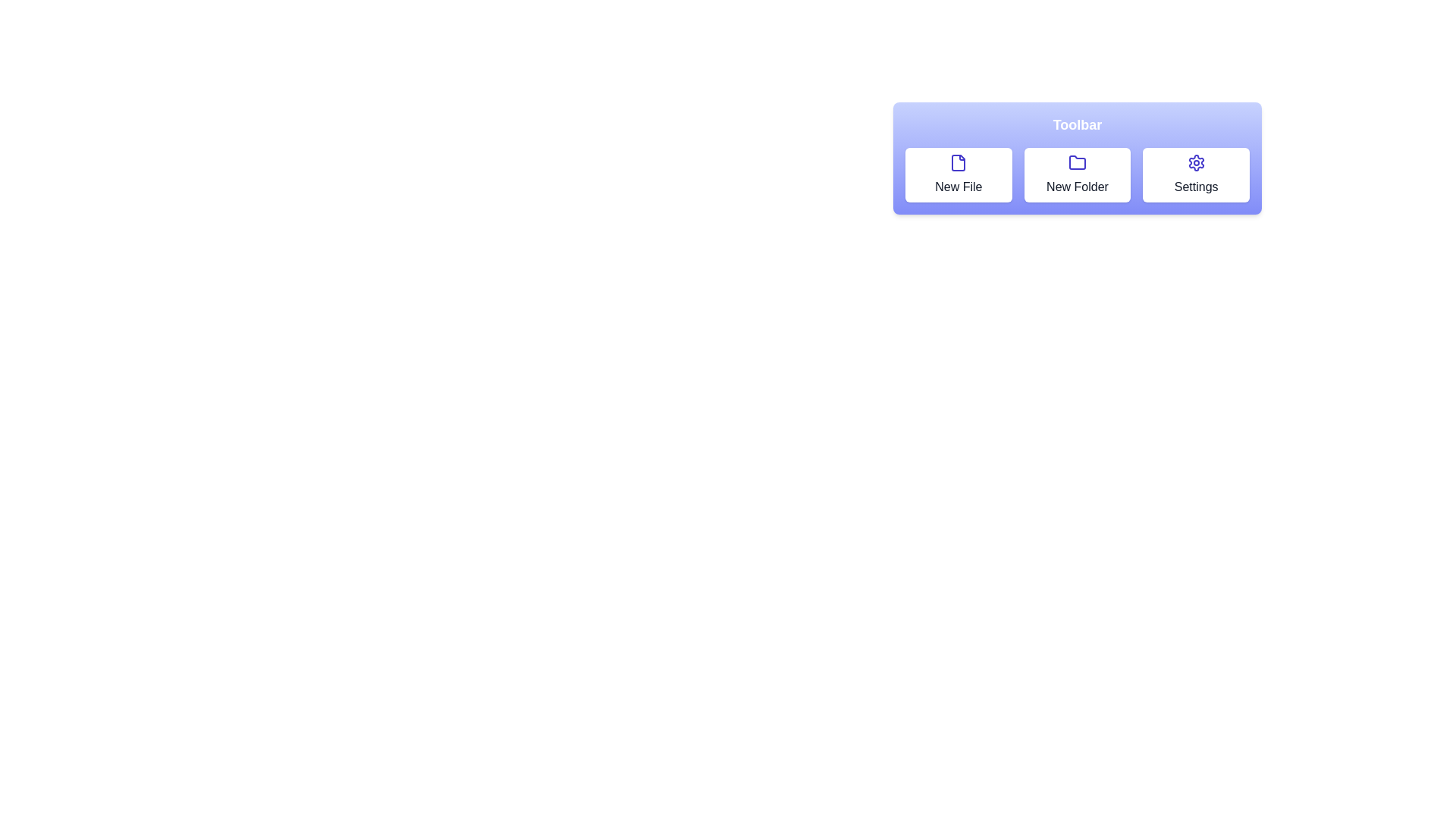 The width and height of the screenshot is (1456, 819). What do you see at coordinates (958, 186) in the screenshot?
I see `the 'New File' text label, which is part of a button-like component on the leftmost side of the horizontal toolbar with a soft blue gradient background` at bounding box center [958, 186].